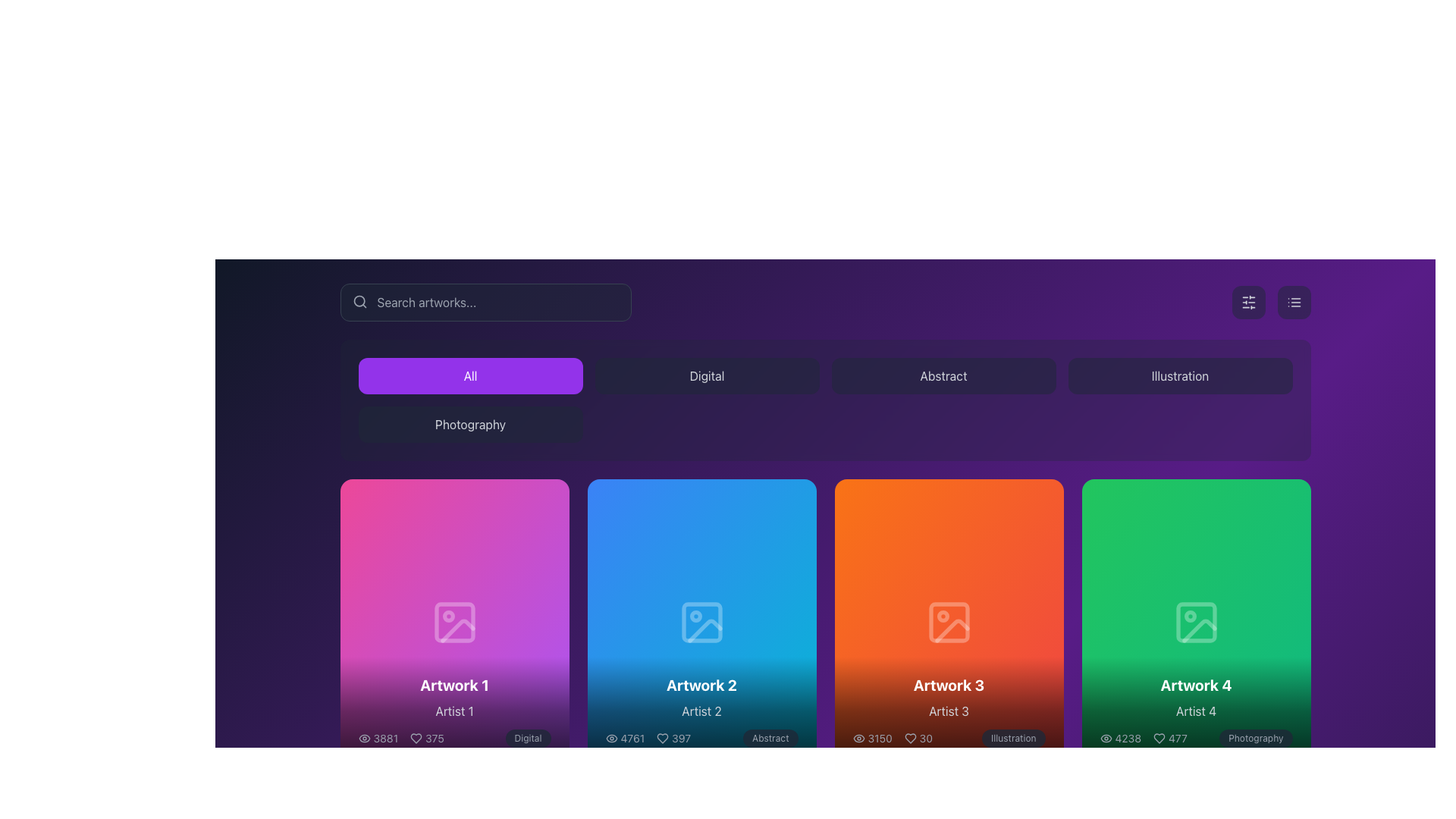 This screenshot has width=1456, height=819. I want to click on the view count icon located at the bottom of the 'Artwork 4' card, which is the leftmost component in the metadata sequence, so click(1106, 737).